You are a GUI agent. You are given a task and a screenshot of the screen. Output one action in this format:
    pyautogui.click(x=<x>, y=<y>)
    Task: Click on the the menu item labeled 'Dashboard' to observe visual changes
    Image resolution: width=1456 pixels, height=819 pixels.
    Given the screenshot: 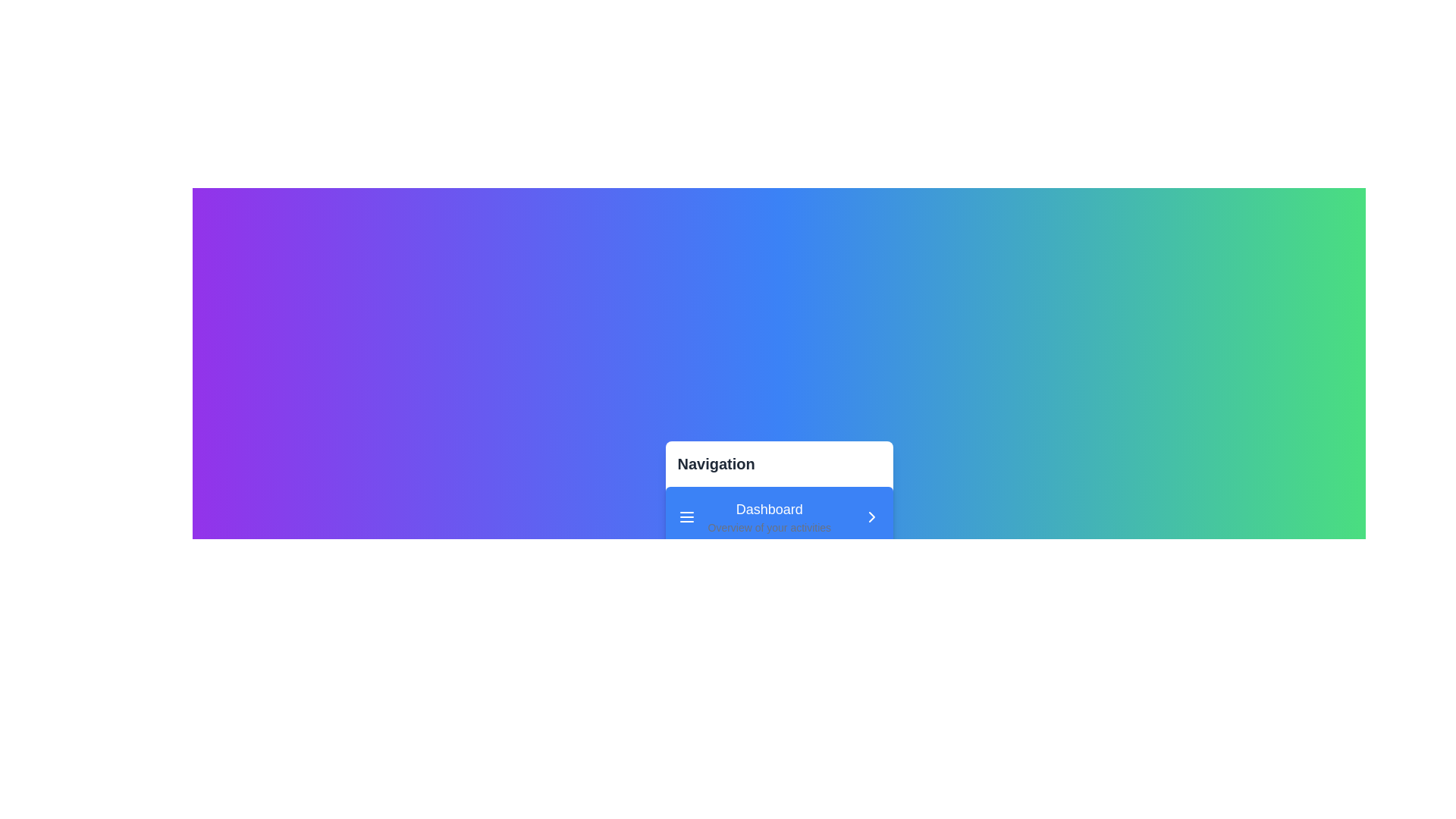 What is the action you would take?
    pyautogui.click(x=779, y=516)
    